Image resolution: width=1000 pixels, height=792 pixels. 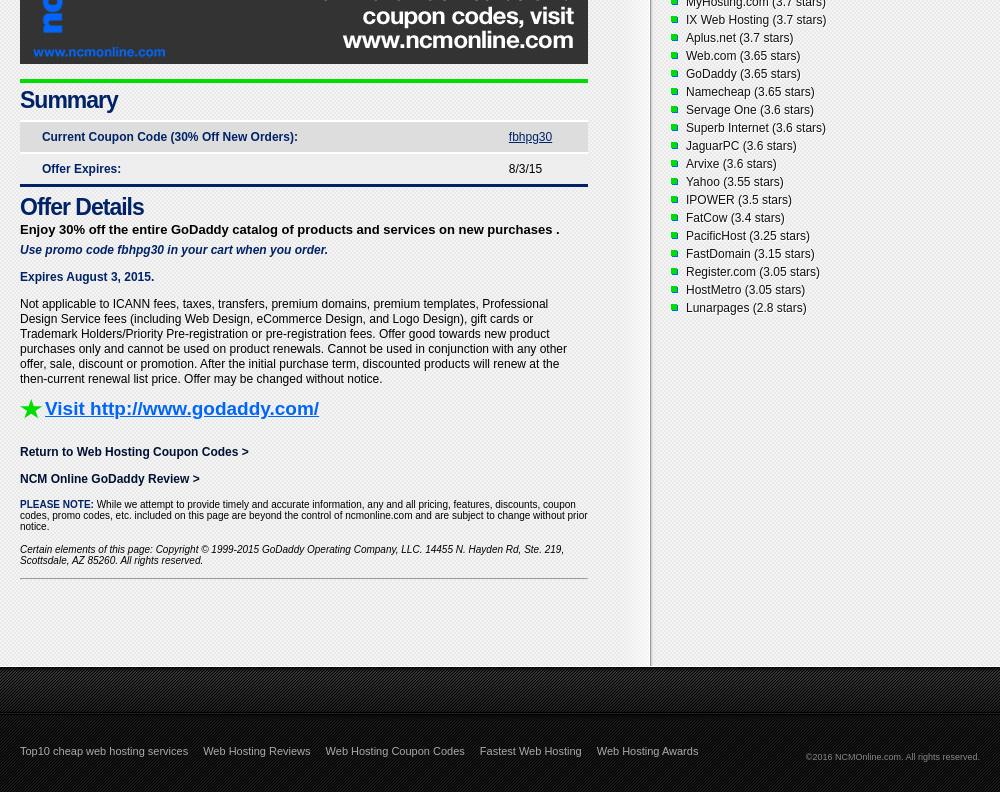 I want to click on 'Return to Web Hosting Coupon Codes >', so click(x=134, y=451).